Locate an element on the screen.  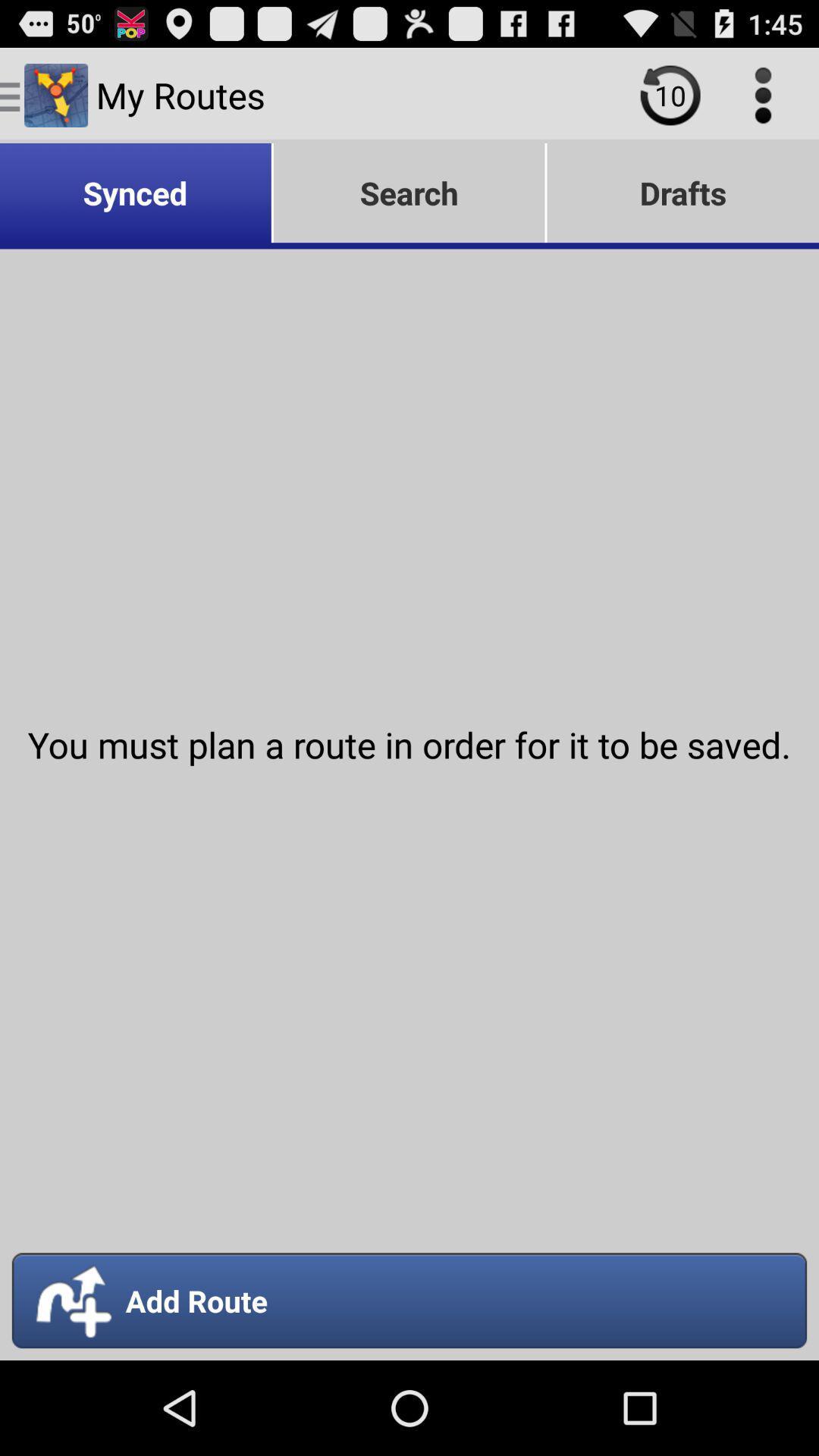
icon next to the my routes app is located at coordinates (670, 94).